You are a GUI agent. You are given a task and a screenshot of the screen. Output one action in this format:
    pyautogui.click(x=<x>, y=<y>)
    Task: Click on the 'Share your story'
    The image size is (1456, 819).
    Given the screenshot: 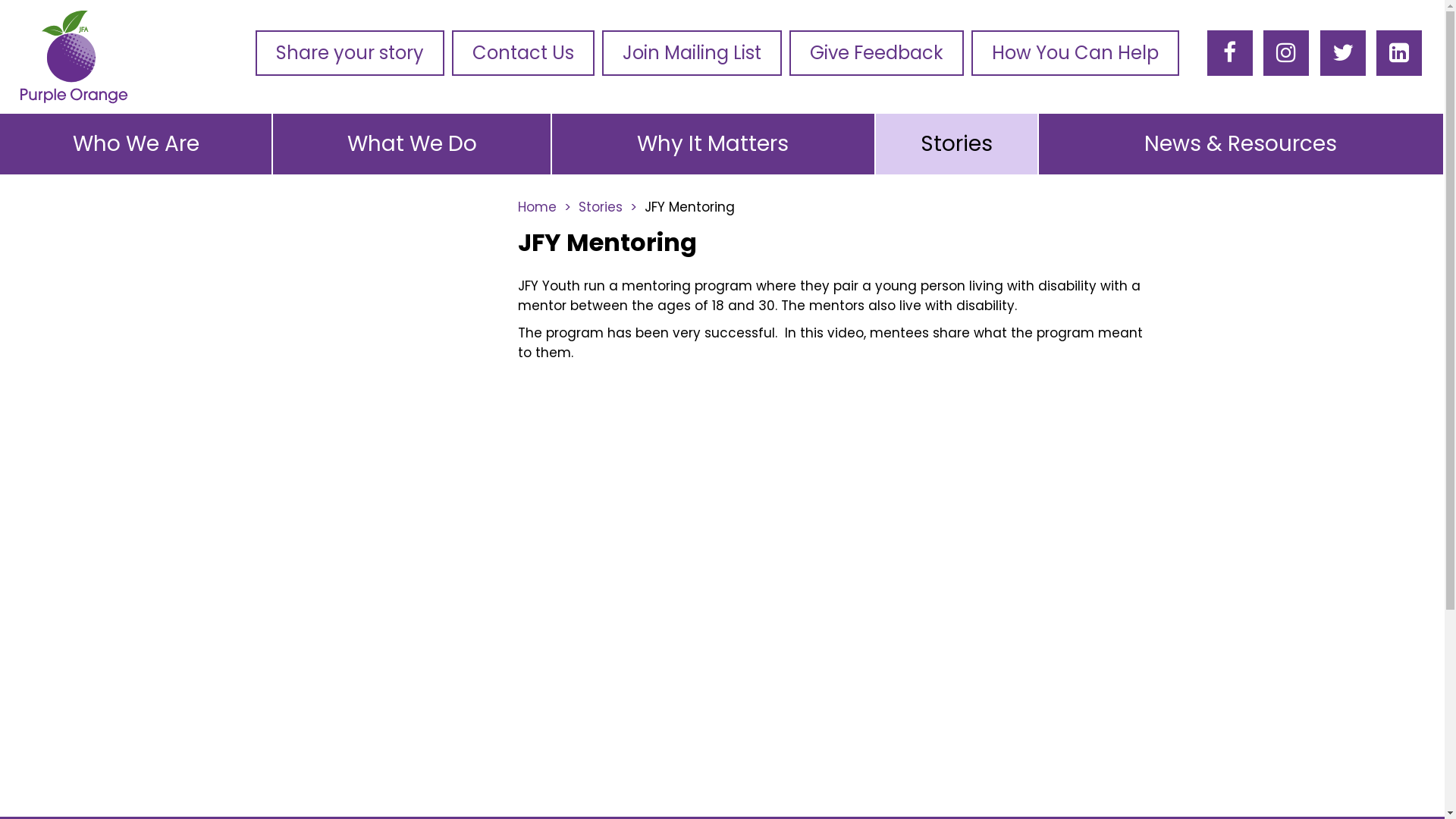 What is the action you would take?
    pyautogui.click(x=349, y=52)
    